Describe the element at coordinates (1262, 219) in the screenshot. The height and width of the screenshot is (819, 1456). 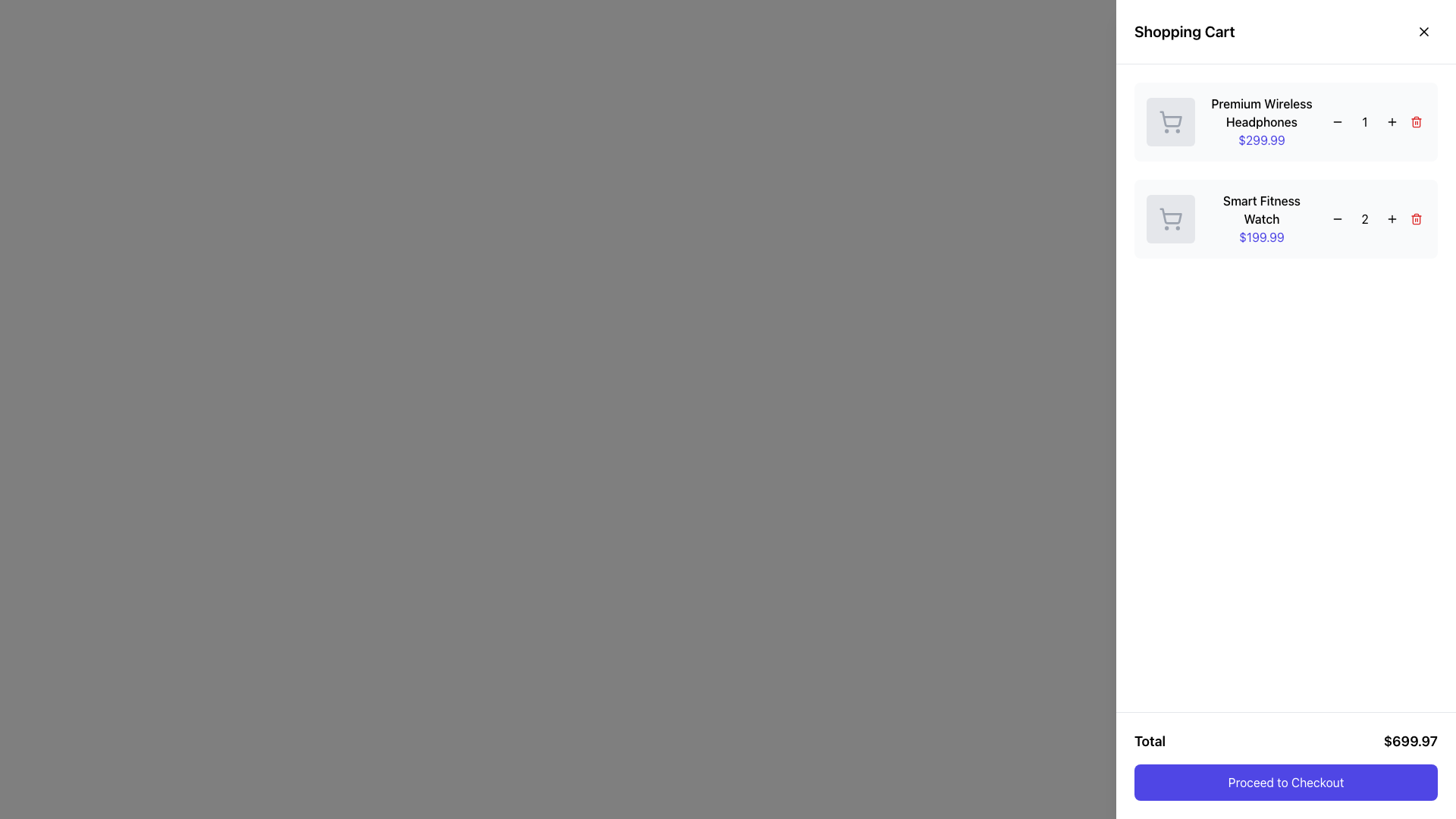
I see `text displayed in the product label for 'Smart Fitness Watch' showing its name and price in a shopping cart interface` at that location.